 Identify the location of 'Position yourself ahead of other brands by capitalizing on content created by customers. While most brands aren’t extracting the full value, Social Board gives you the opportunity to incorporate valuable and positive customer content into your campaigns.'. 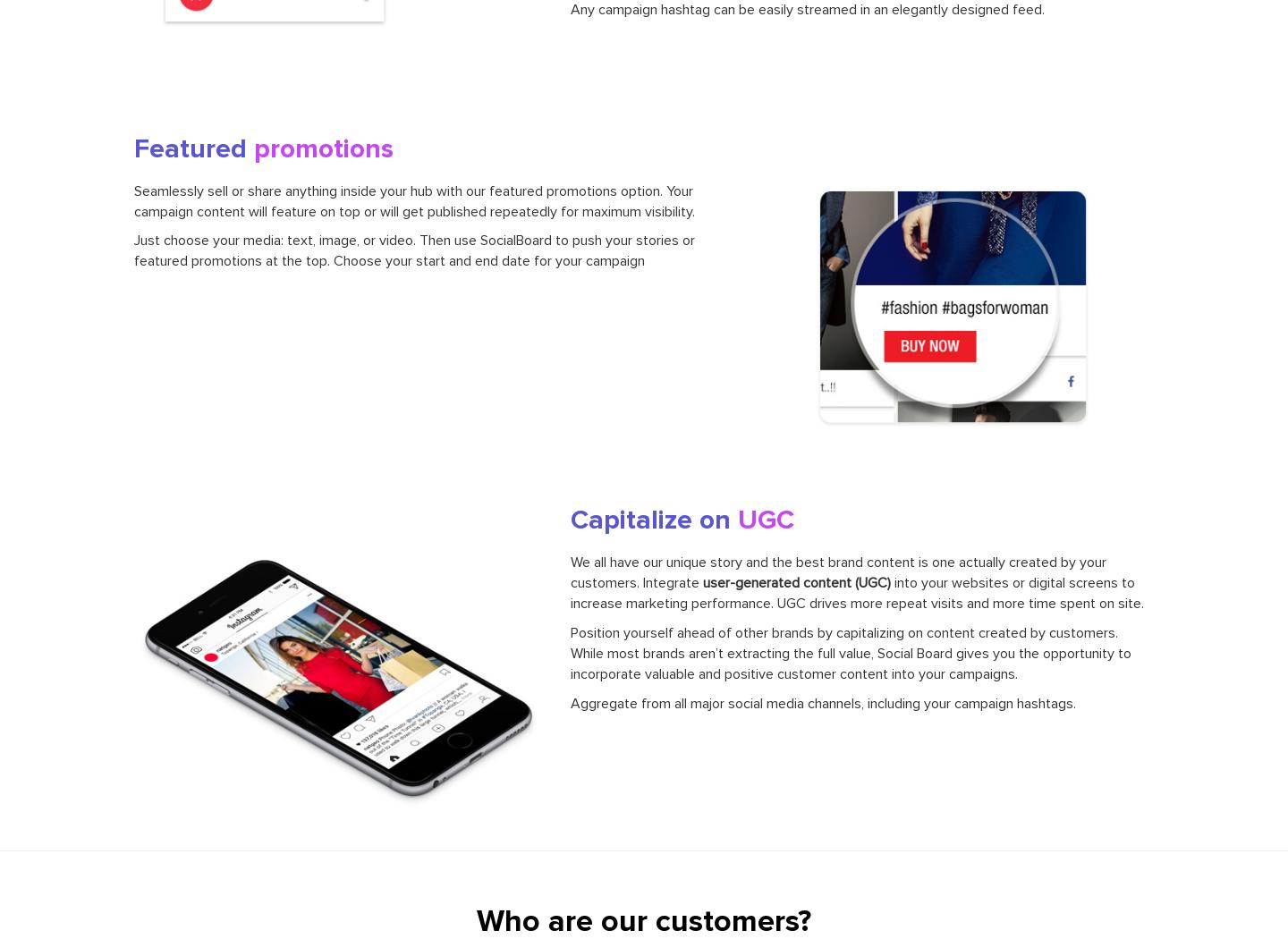
(850, 652).